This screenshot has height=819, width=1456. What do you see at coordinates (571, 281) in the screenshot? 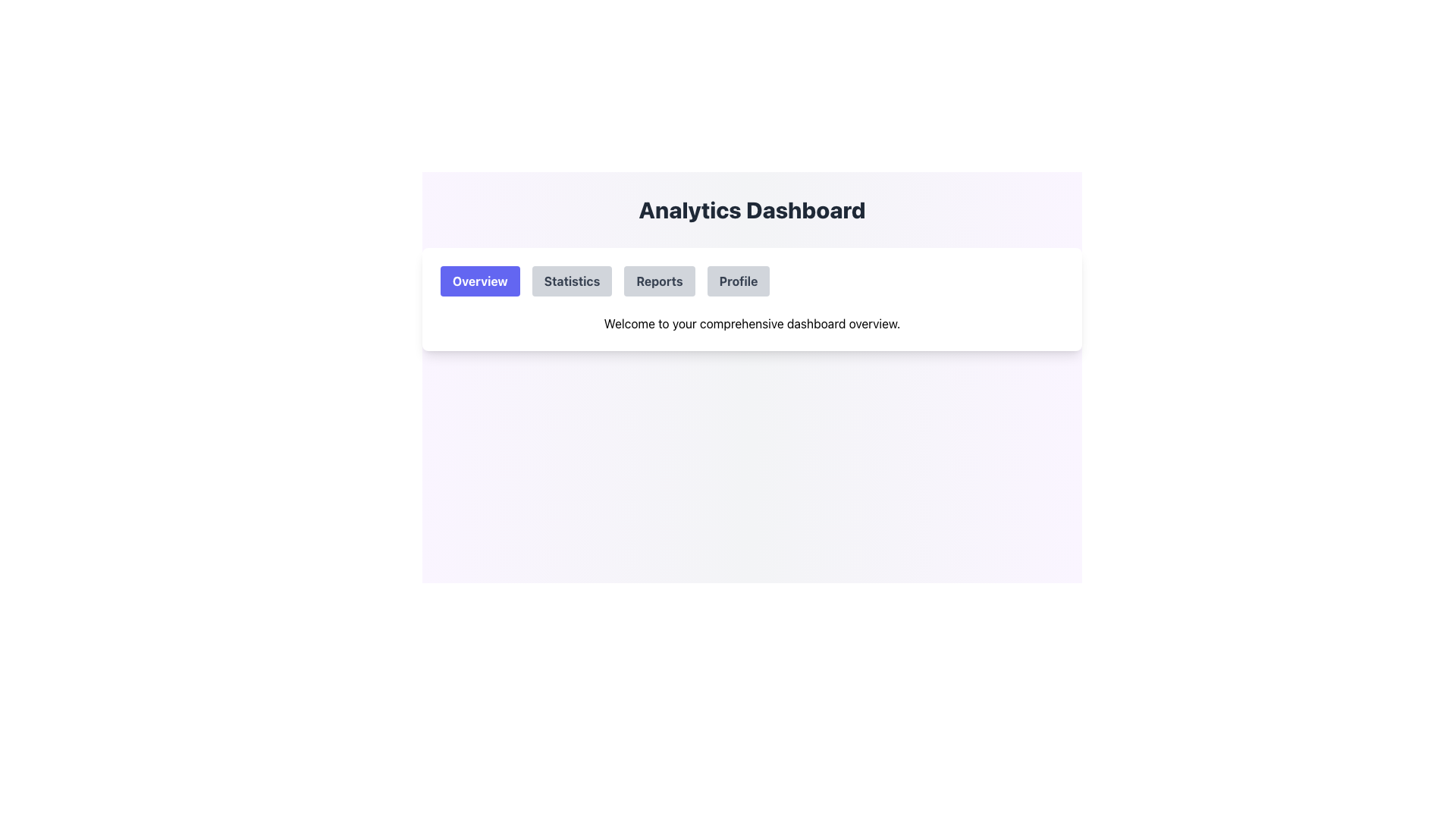
I see `the 'Statistics' navigation button located in the upper section of the web interface` at bounding box center [571, 281].